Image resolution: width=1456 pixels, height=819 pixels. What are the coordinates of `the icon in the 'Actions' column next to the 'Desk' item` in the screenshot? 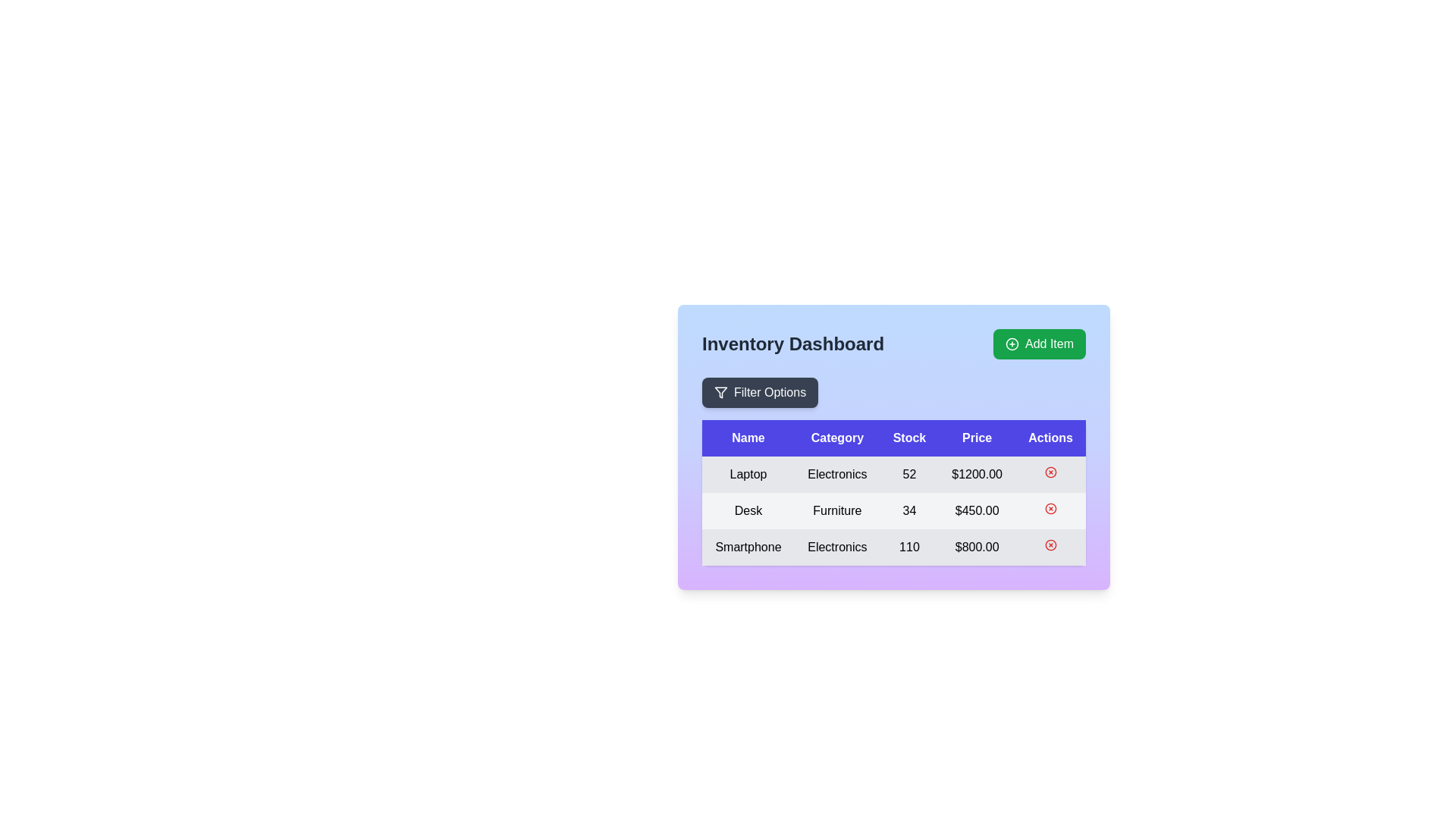 It's located at (1050, 511).